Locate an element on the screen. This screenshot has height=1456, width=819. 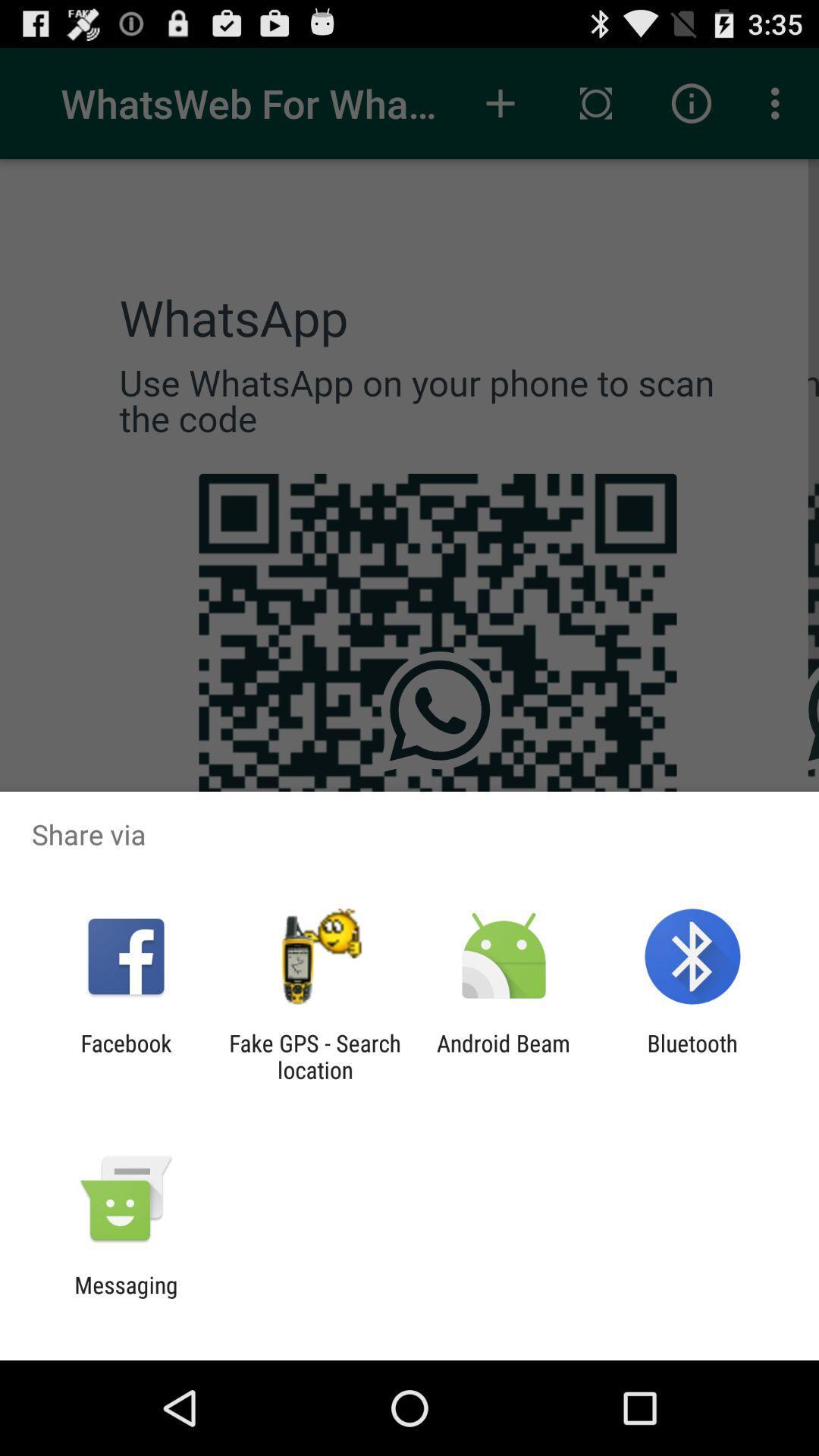
icon next to the bluetooth item is located at coordinates (504, 1056).